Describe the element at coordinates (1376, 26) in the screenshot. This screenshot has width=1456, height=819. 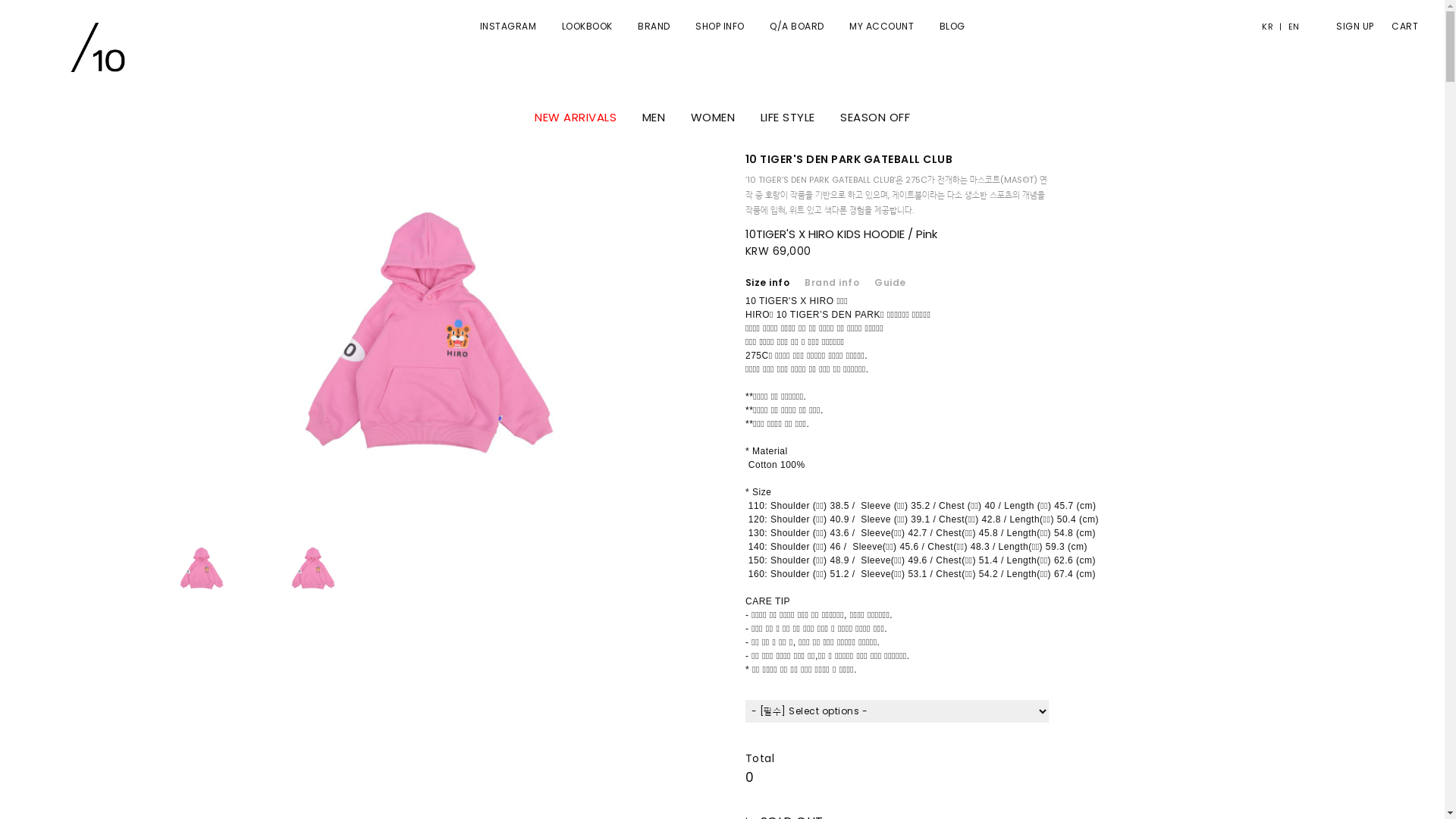
I see `'CART'` at that location.